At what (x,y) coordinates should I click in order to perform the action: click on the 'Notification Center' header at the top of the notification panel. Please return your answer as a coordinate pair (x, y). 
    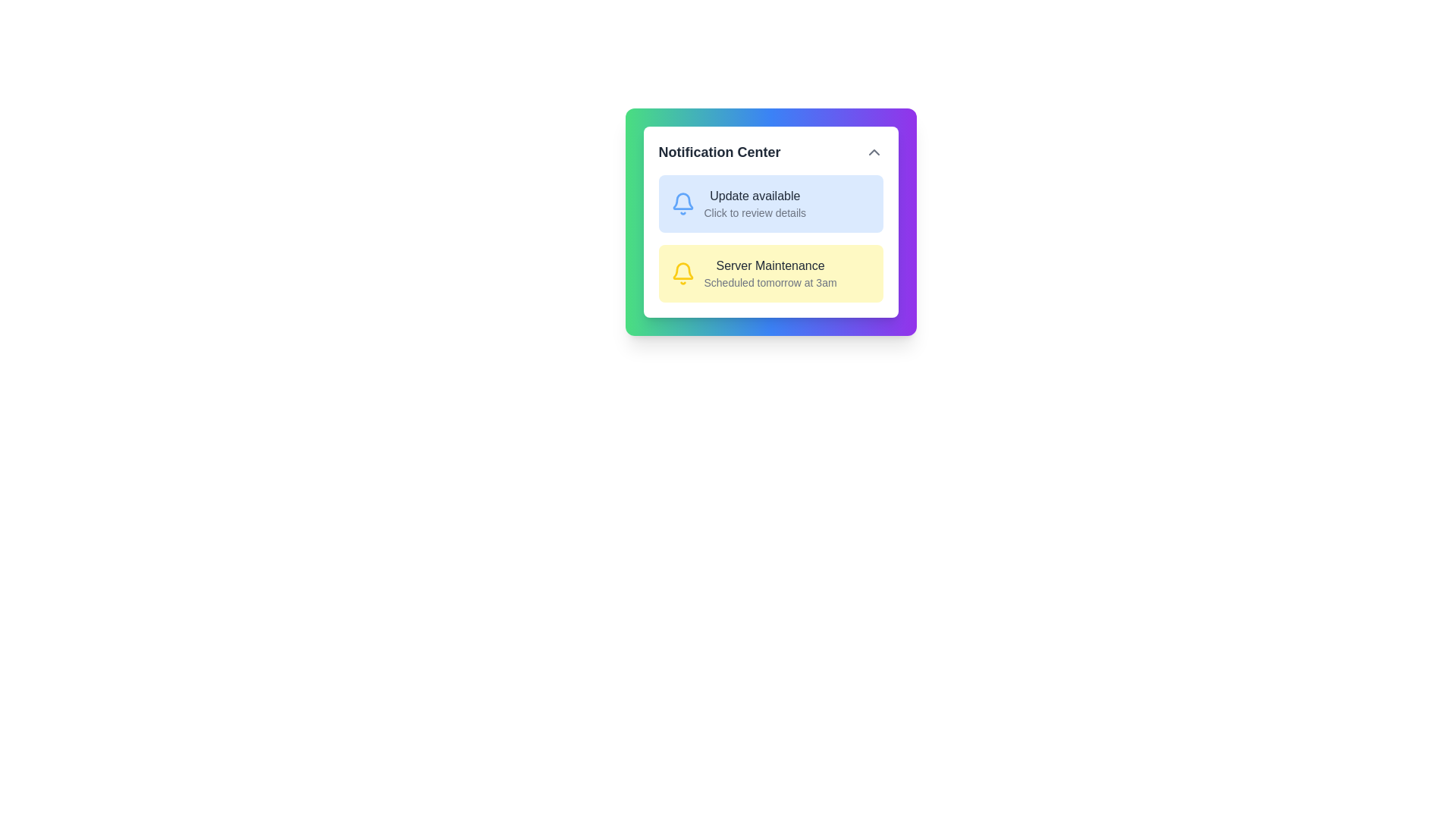
    Looking at the image, I should click on (770, 152).